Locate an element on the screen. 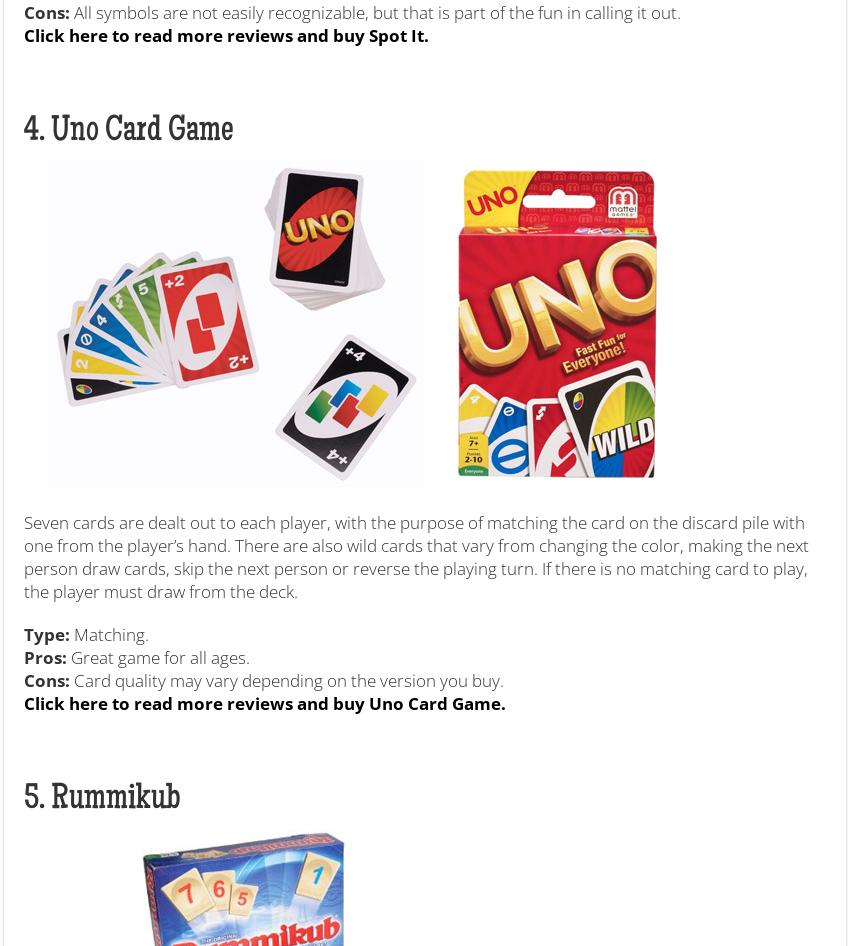 The width and height of the screenshot is (850, 946). 'Type:' is located at coordinates (47, 633).